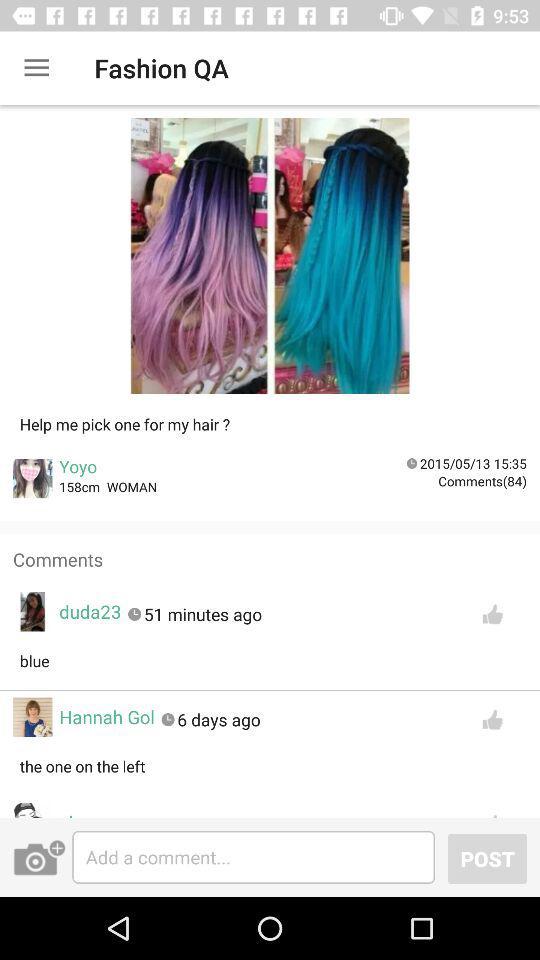 The height and width of the screenshot is (960, 540). Describe the element at coordinates (411, 463) in the screenshot. I see `the timer symbol` at that location.